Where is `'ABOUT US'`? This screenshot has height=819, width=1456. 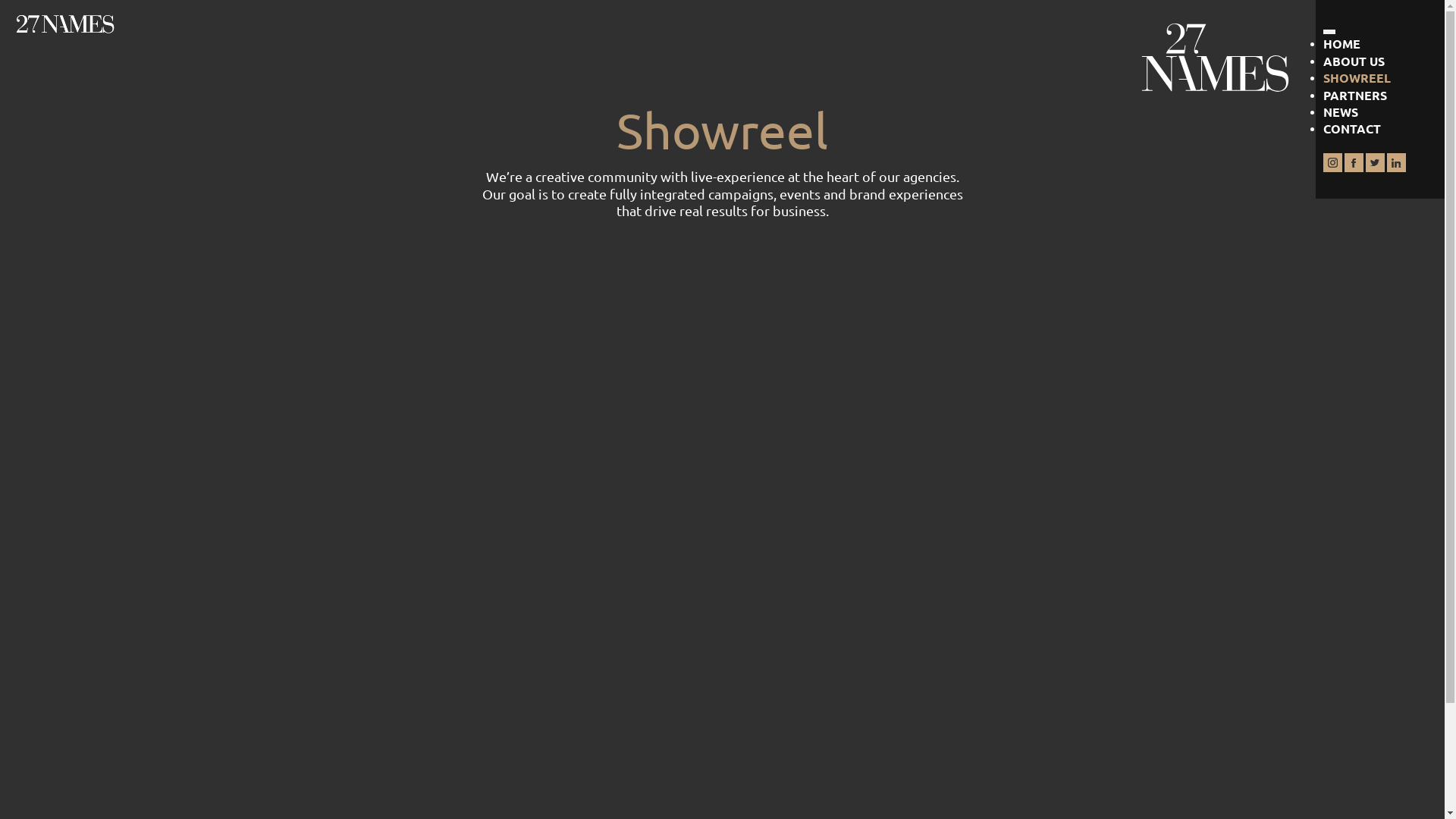 'ABOUT US' is located at coordinates (1354, 60).